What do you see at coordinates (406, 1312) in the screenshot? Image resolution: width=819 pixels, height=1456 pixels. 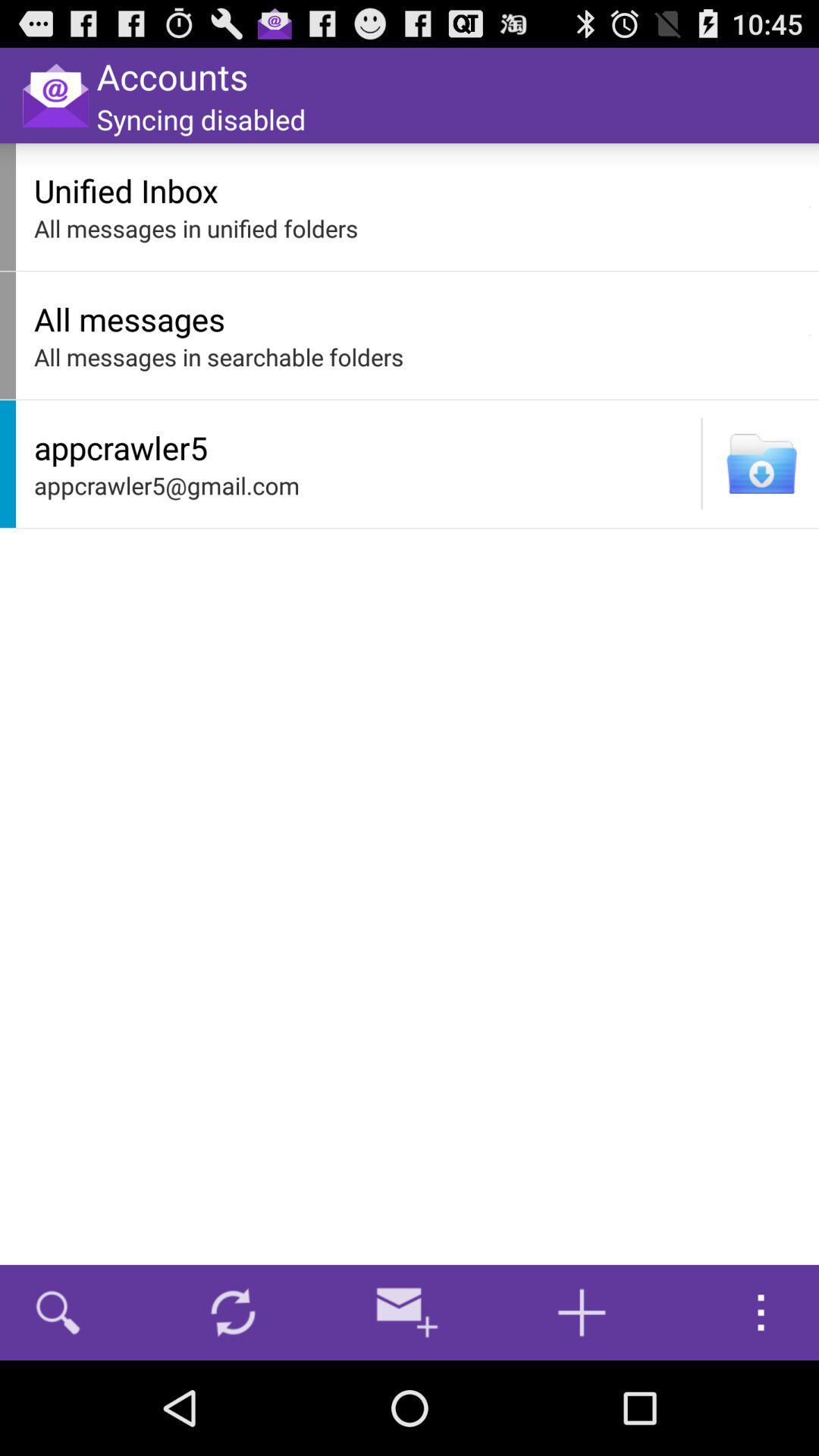 I see `the item at the bottom` at bounding box center [406, 1312].